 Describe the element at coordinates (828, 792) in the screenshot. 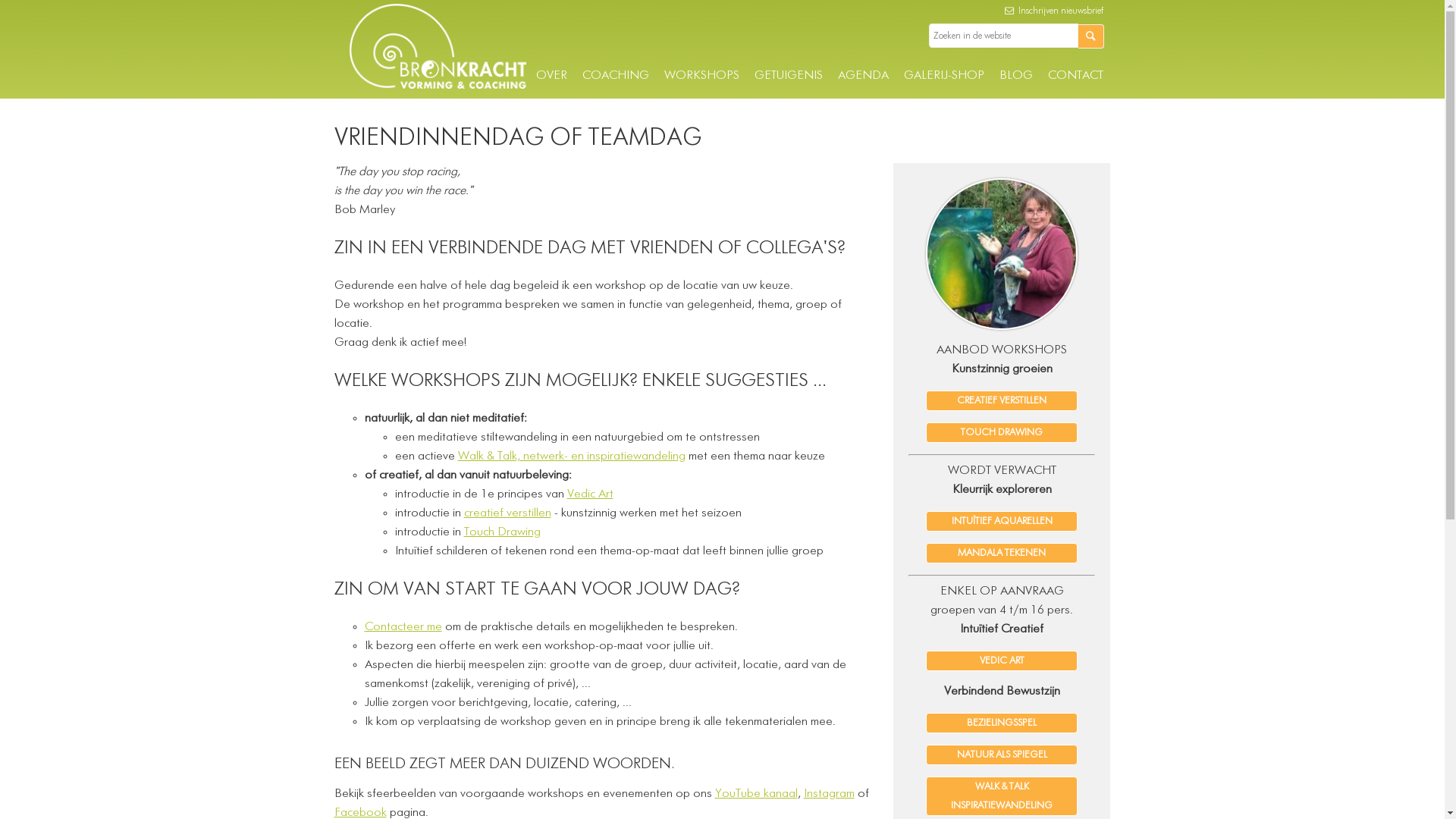

I see `'Instagram'` at that location.